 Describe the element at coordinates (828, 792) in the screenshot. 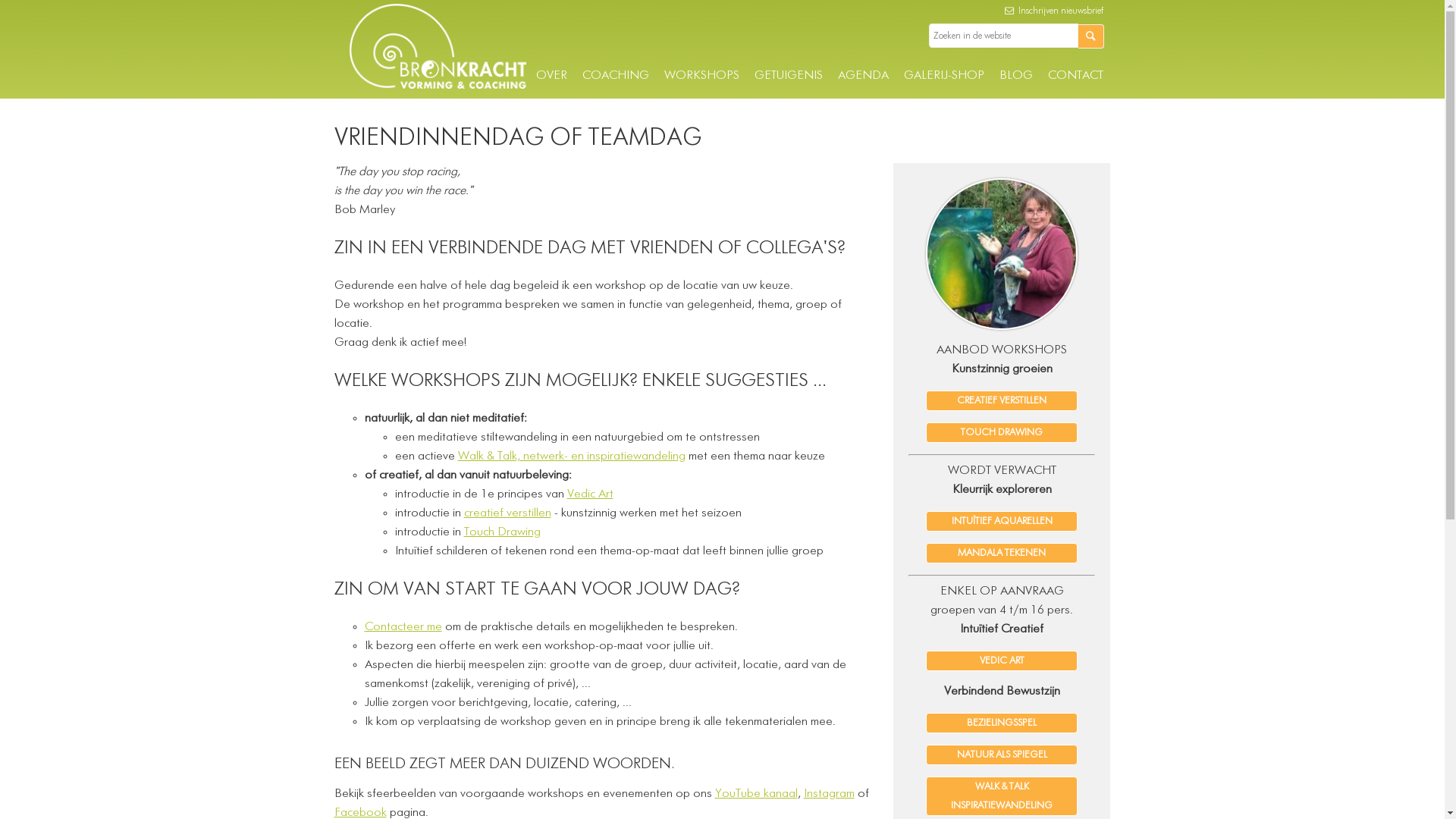

I see `'Instagram'` at that location.